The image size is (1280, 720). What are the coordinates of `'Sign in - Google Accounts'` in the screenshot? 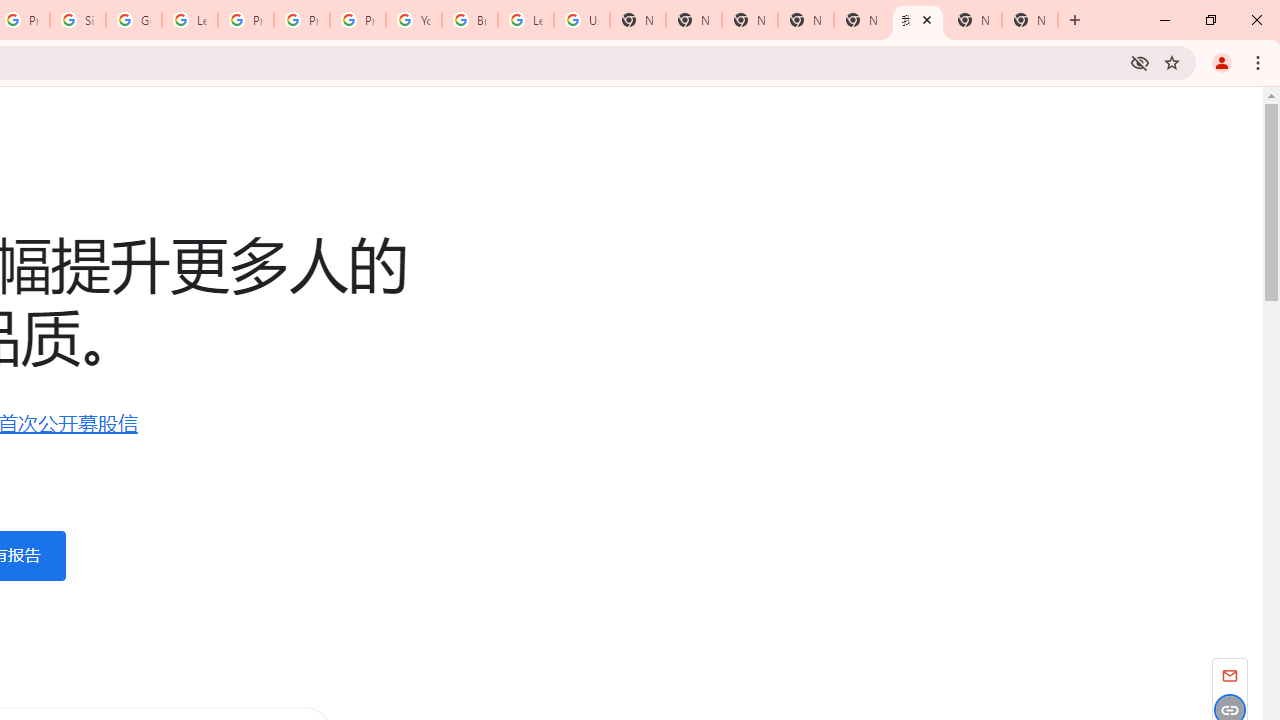 It's located at (78, 20).